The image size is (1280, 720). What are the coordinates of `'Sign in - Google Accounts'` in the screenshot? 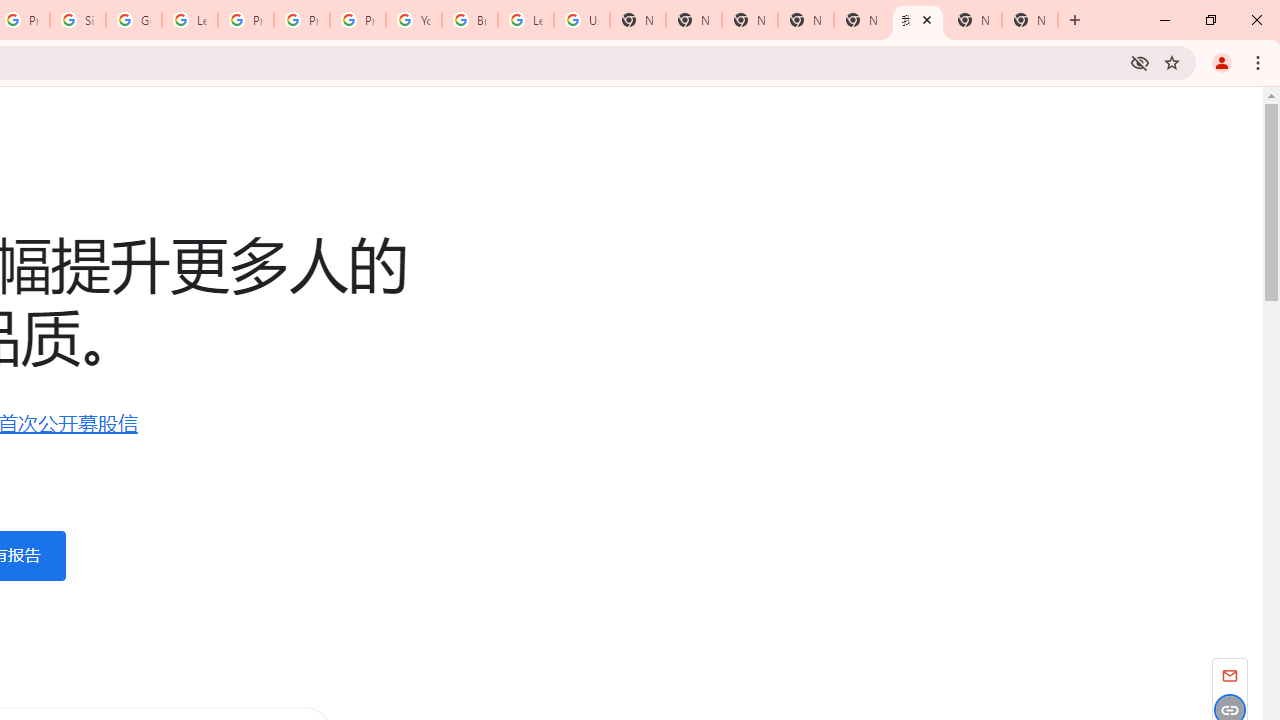 It's located at (78, 20).